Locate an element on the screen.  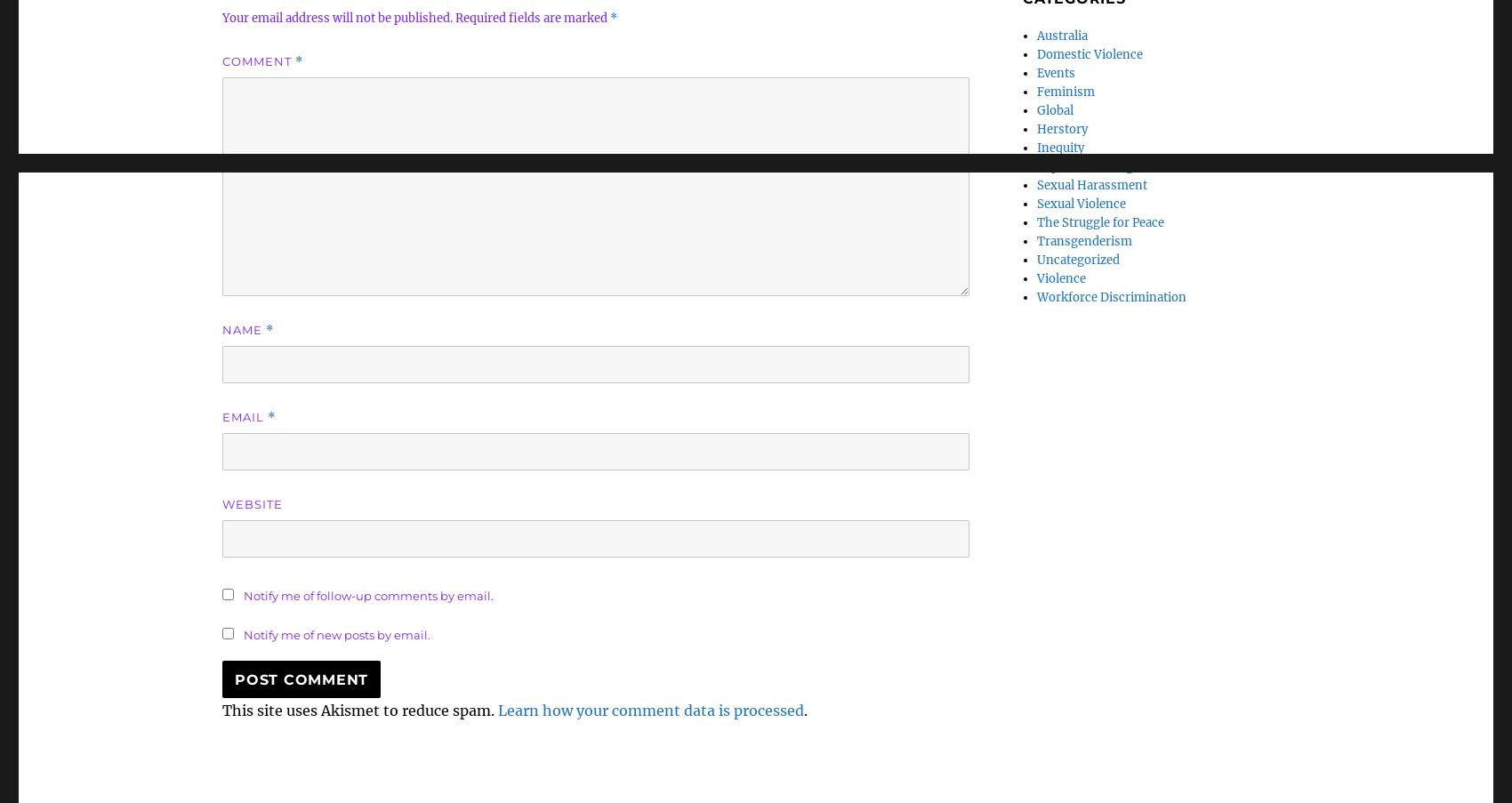
'Global' is located at coordinates (1054, 110).